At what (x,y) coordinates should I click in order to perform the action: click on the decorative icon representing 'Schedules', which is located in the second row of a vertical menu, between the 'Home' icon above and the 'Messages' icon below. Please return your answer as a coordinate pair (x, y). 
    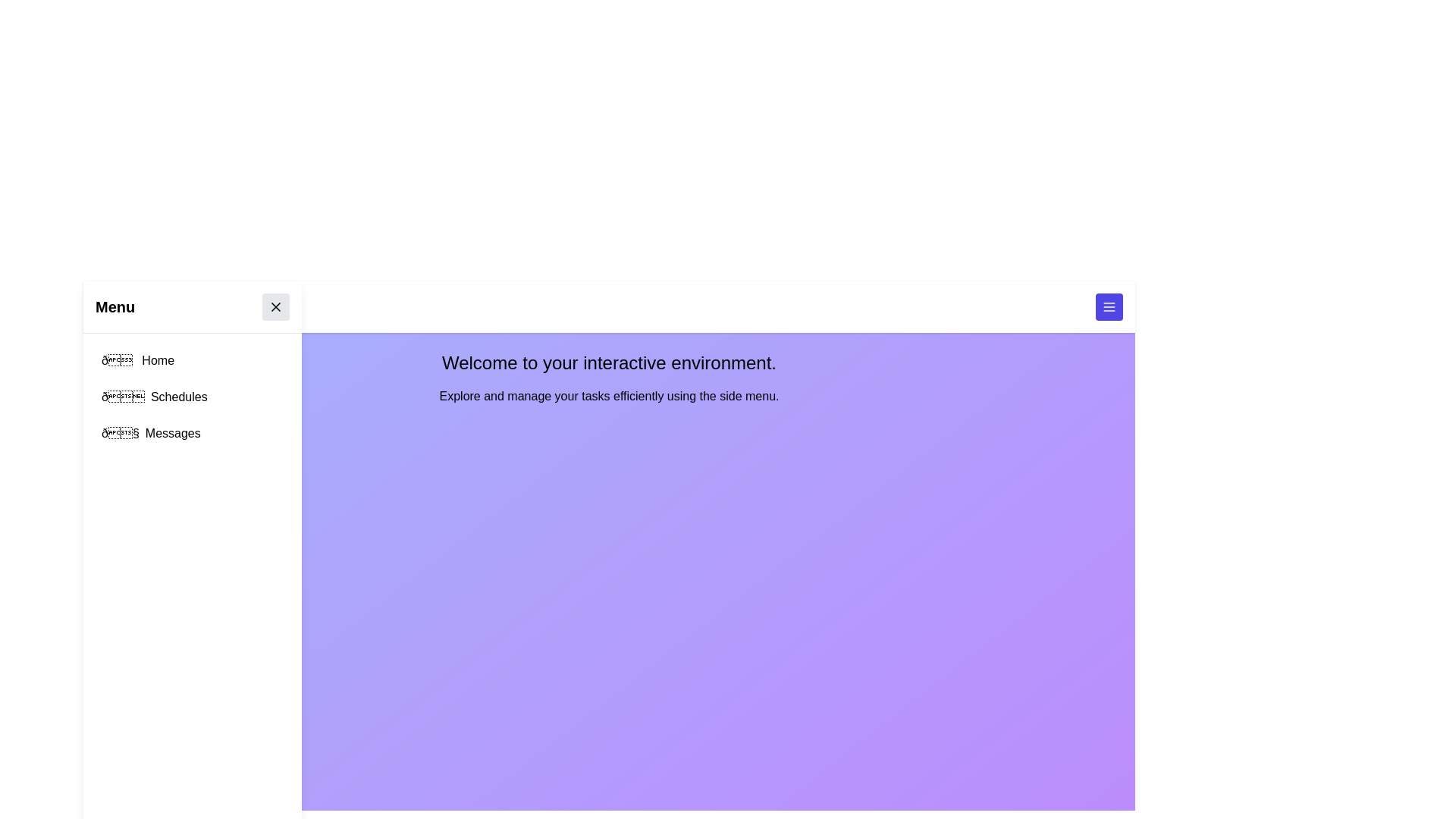
    Looking at the image, I should click on (123, 397).